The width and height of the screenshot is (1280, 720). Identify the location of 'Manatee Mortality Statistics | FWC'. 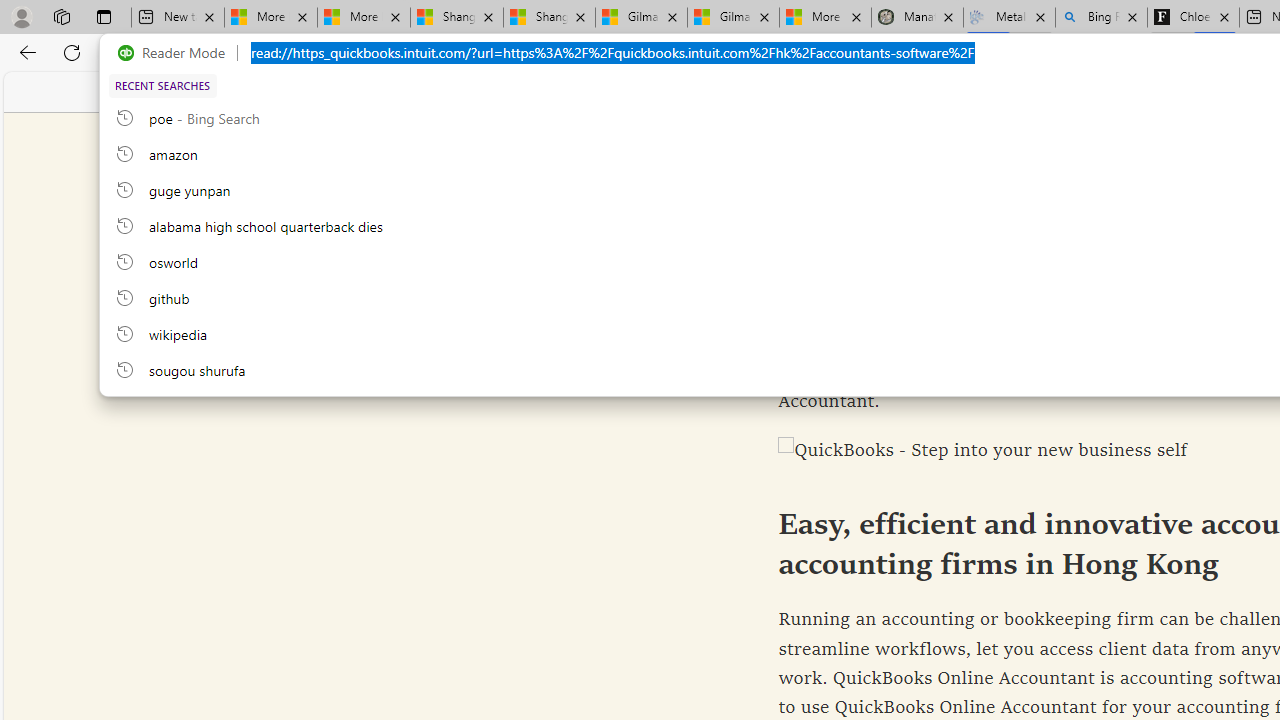
(916, 17).